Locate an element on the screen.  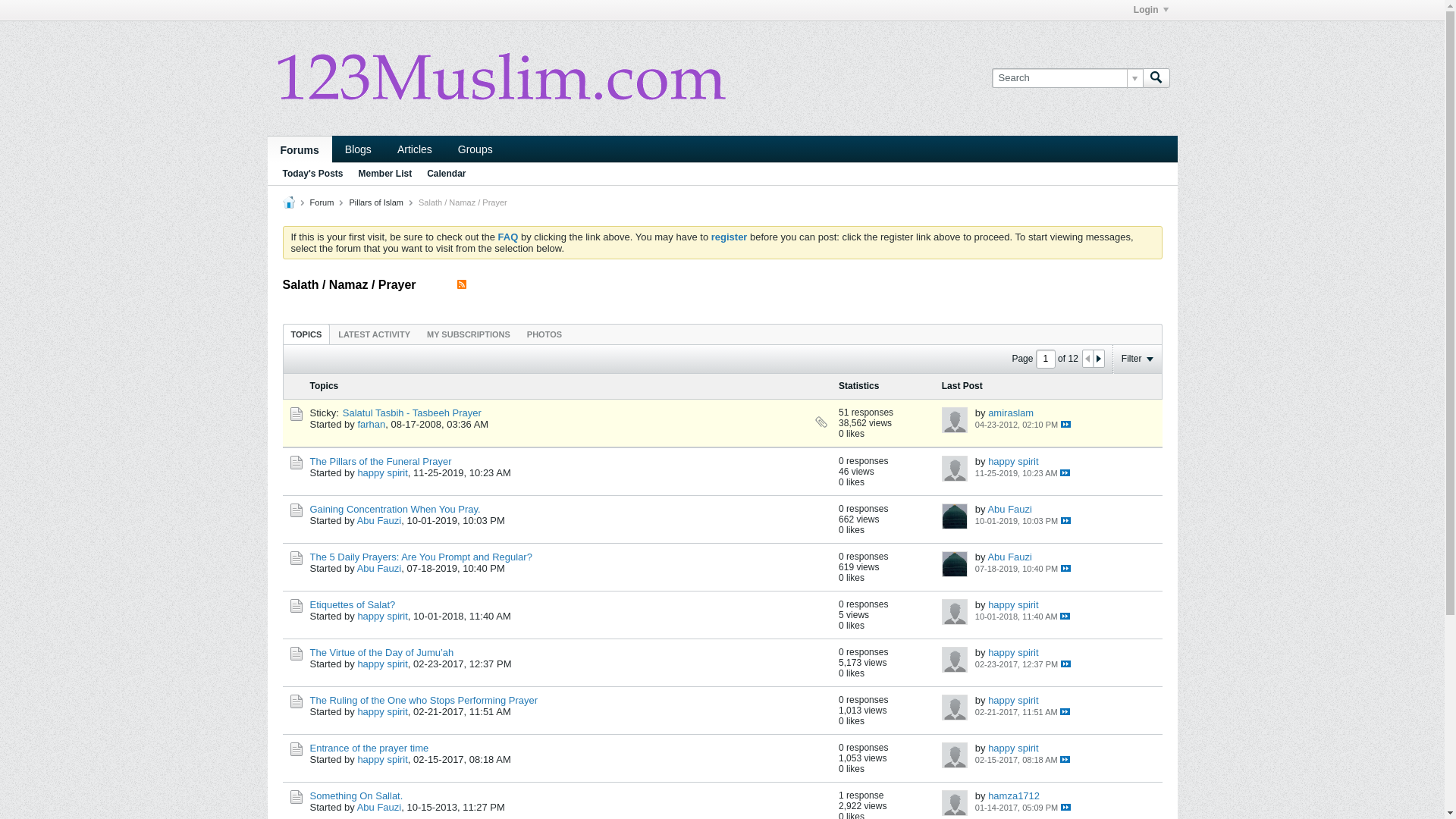
'FAQ' is located at coordinates (498, 237).